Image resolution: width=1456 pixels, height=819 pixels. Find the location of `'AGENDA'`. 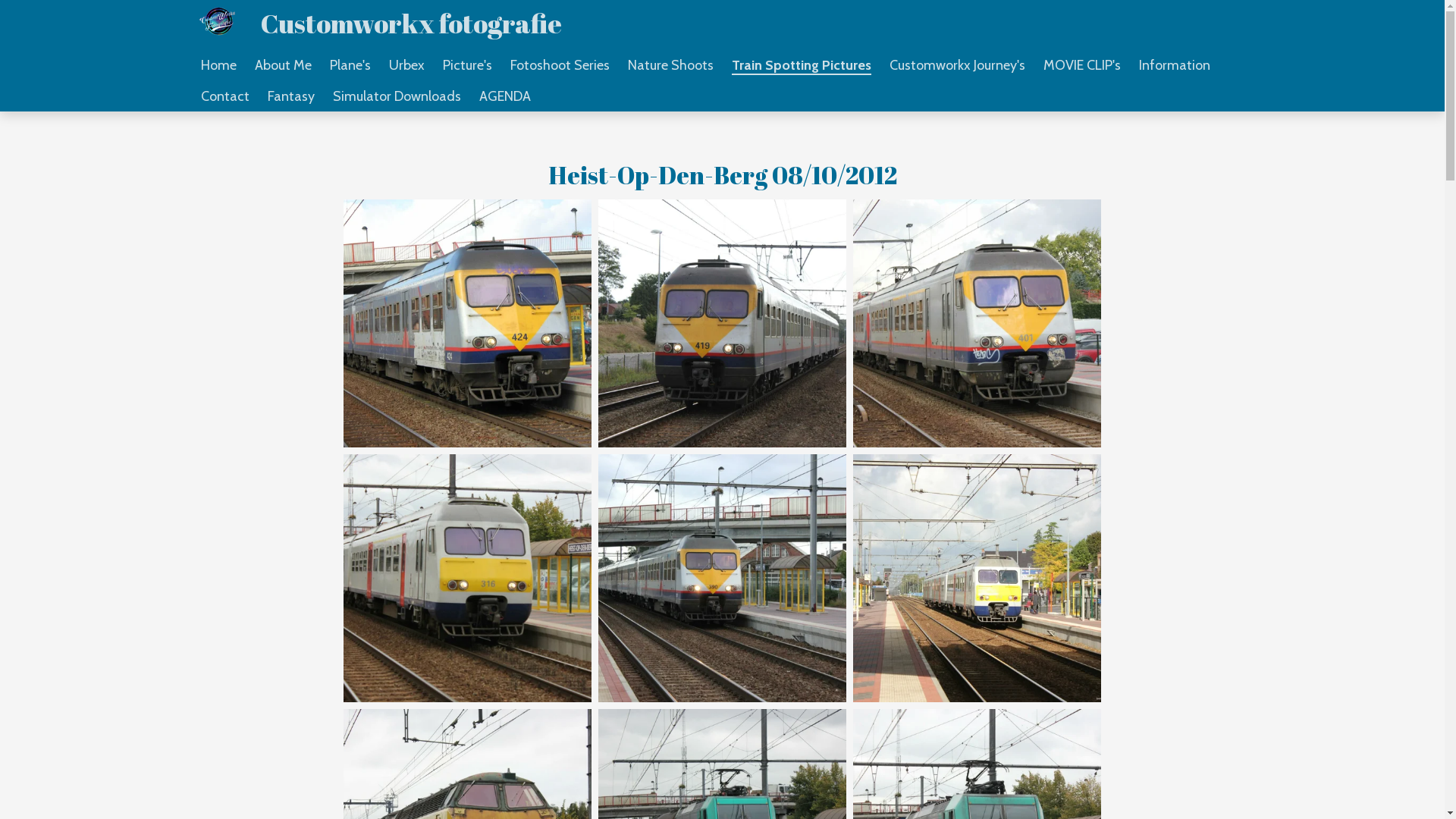

'AGENDA' is located at coordinates (469, 96).